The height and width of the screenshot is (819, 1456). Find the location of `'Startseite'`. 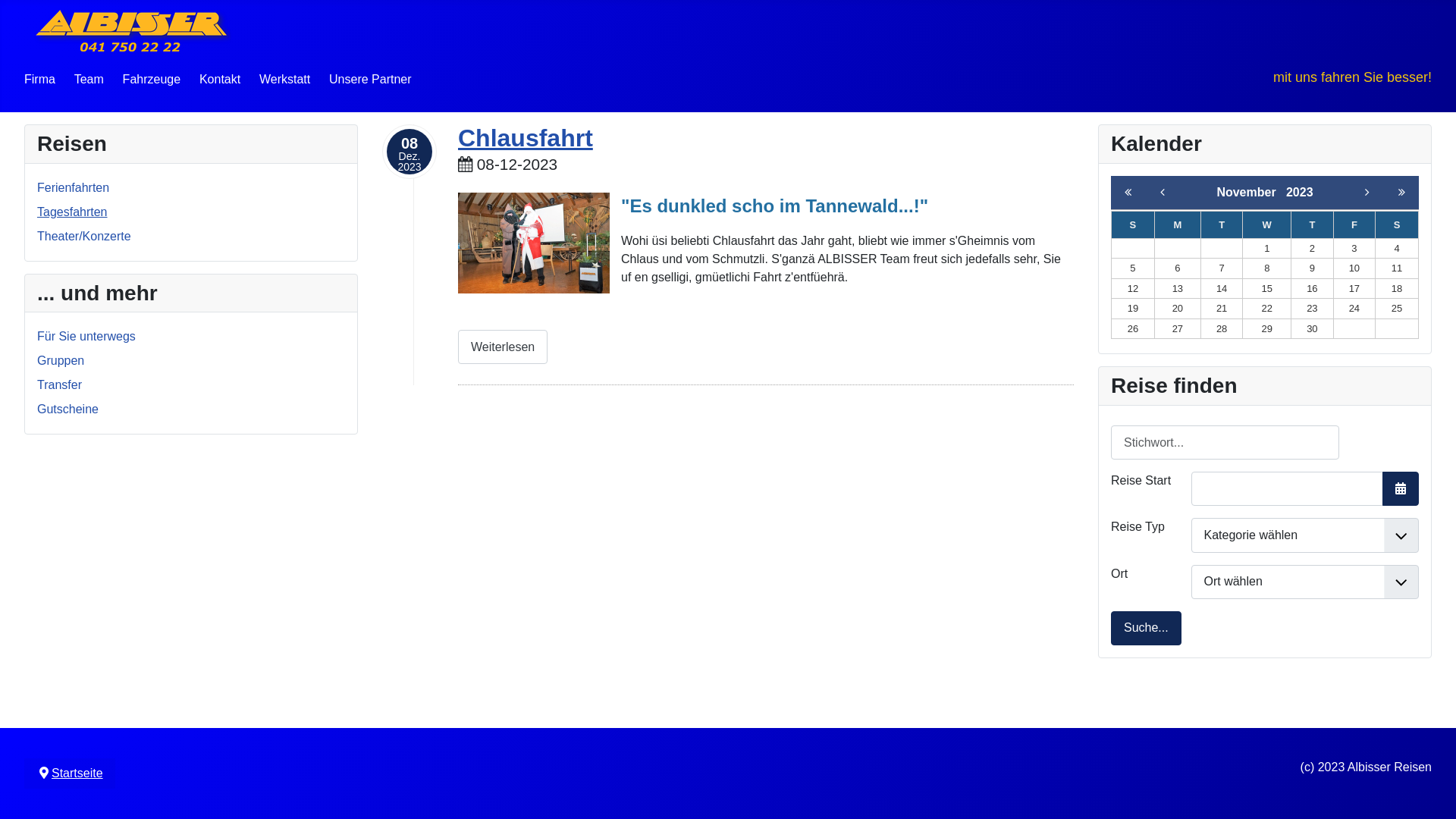

'Startseite' is located at coordinates (76, 773).